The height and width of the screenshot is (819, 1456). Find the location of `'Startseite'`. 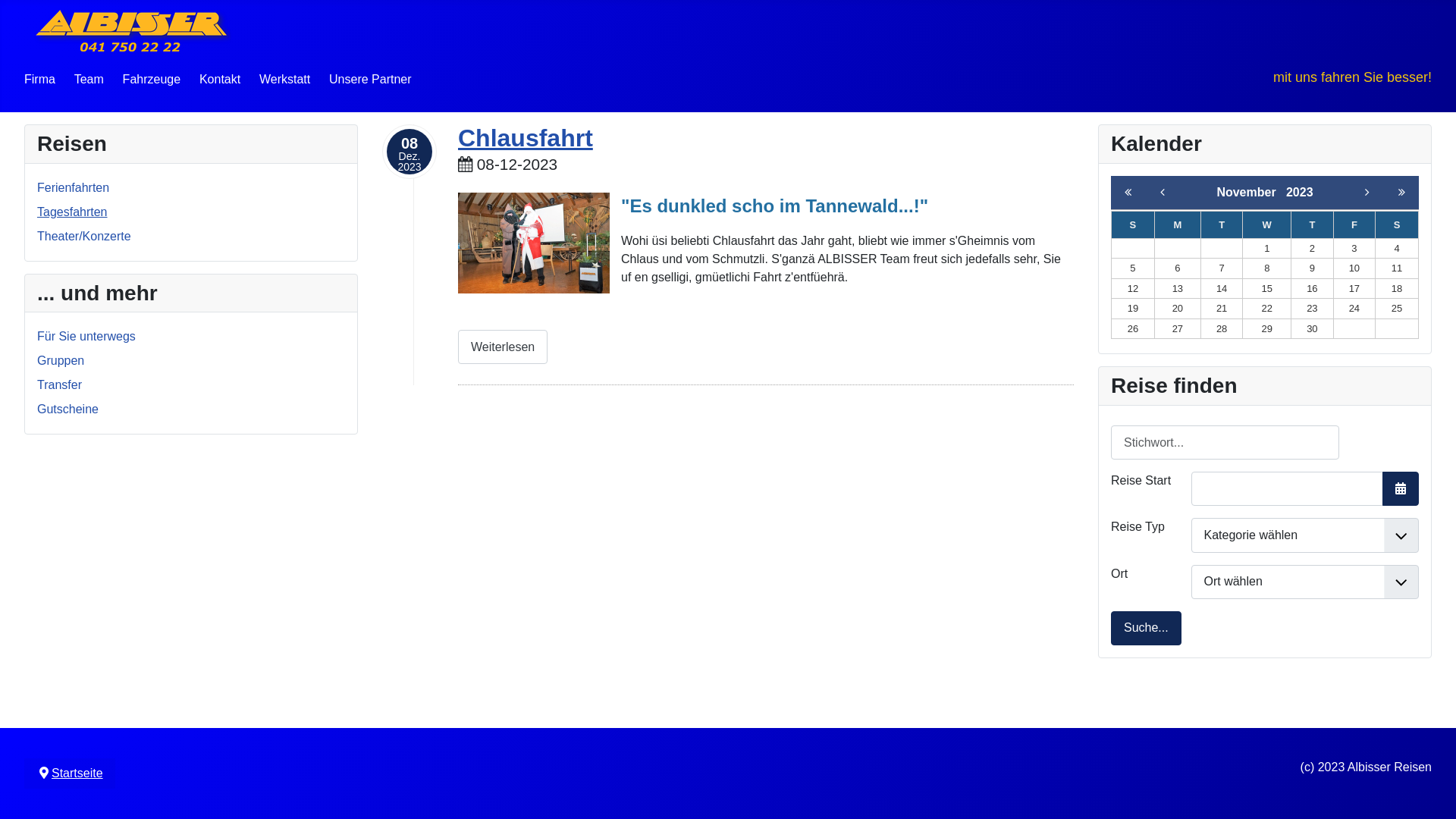

'Startseite' is located at coordinates (76, 773).